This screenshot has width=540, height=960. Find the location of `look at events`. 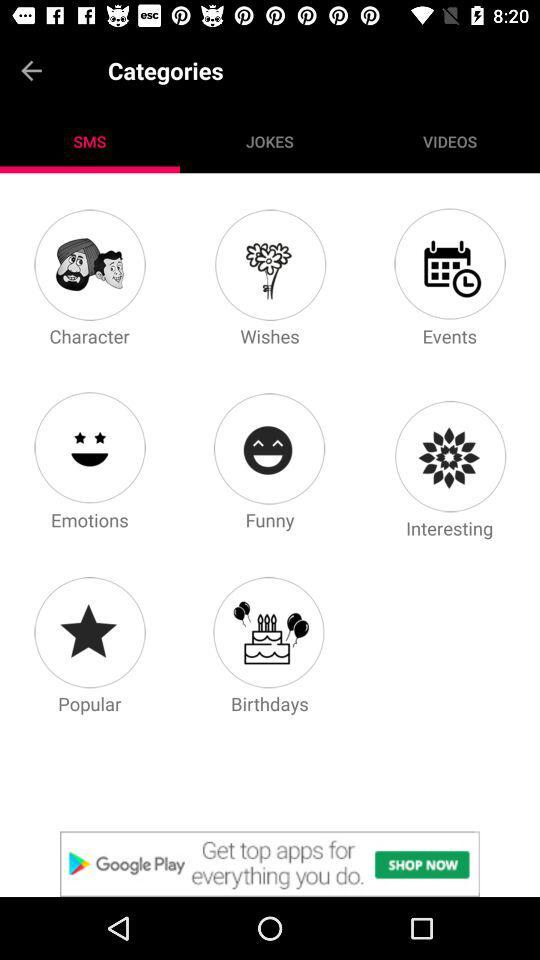

look at events is located at coordinates (449, 263).